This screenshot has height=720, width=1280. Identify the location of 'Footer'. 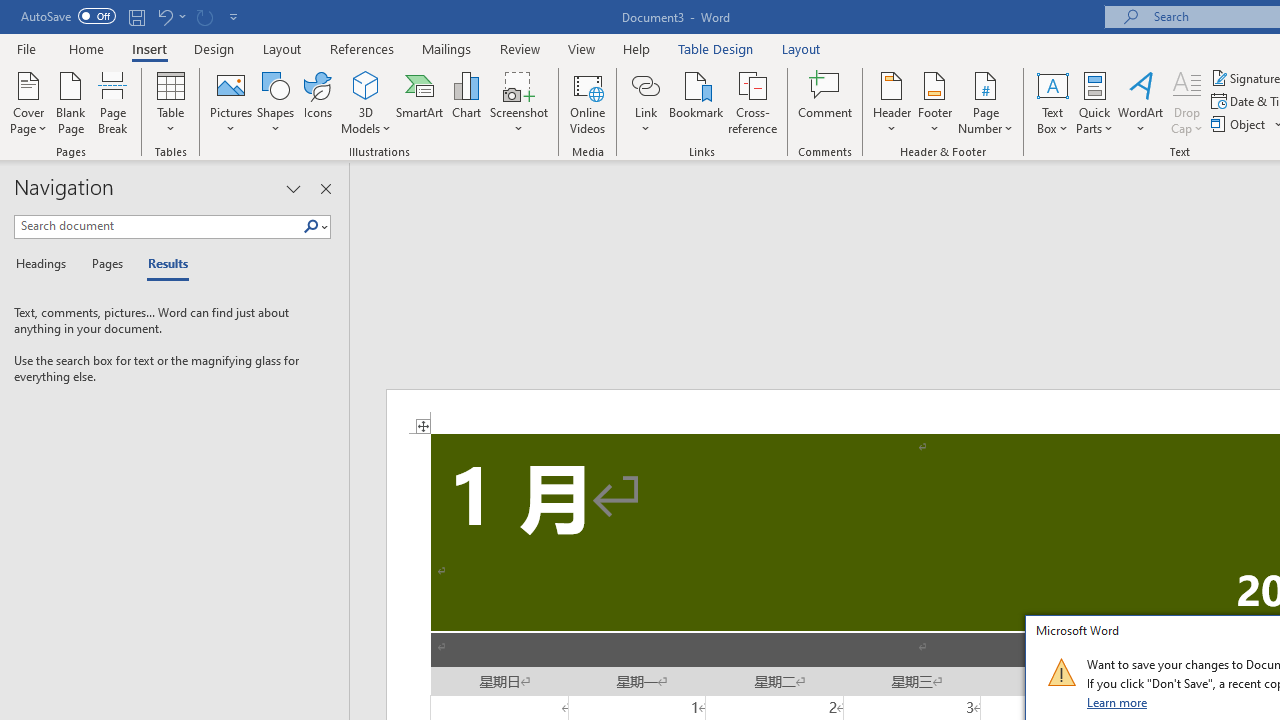
(934, 103).